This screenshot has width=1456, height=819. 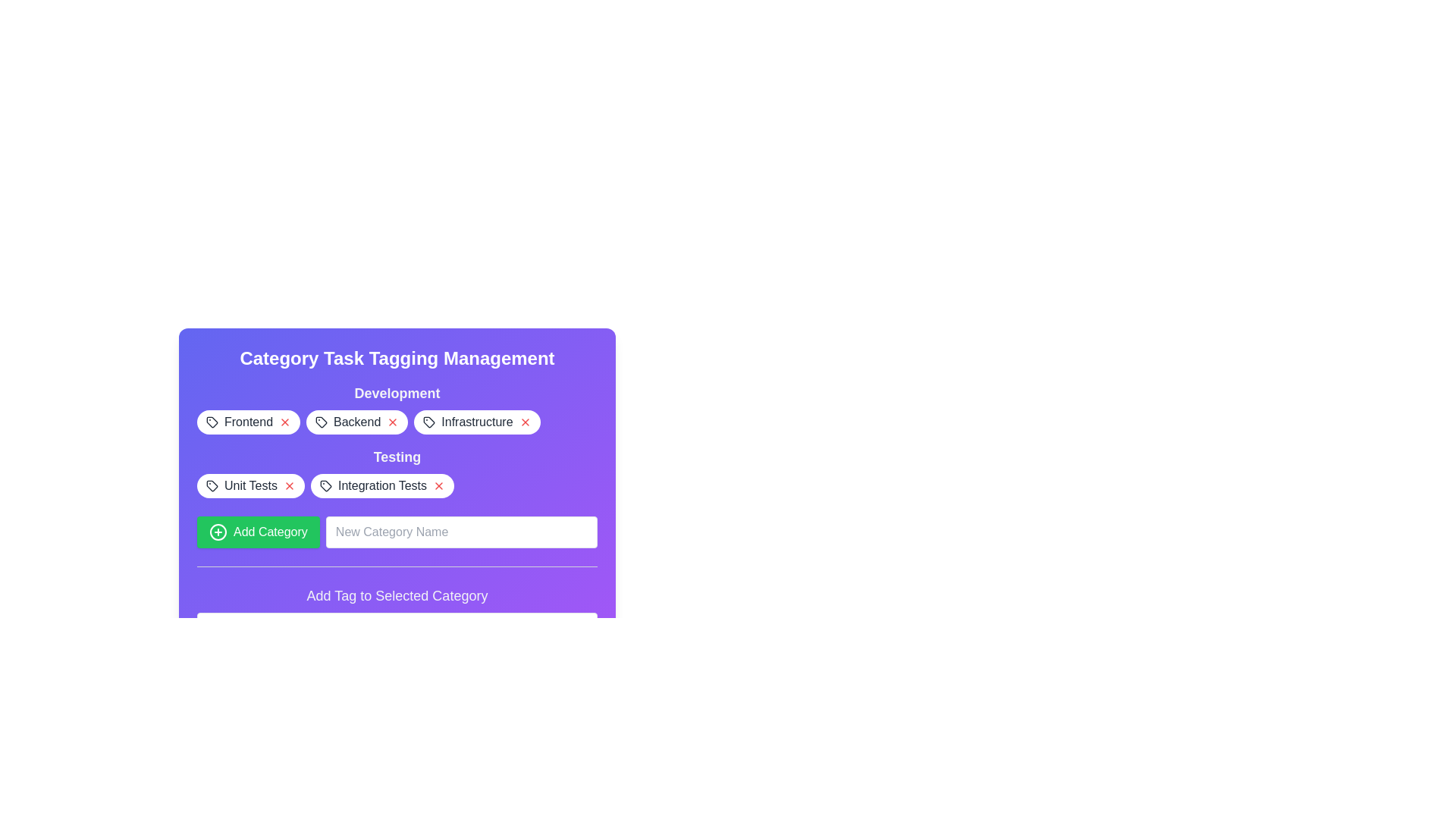 What do you see at coordinates (428, 422) in the screenshot?
I see `the decorative icon representing the 'Infrastructure' tag in the 'Development' section, located beside the text 'Infrastructure'` at bounding box center [428, 422].